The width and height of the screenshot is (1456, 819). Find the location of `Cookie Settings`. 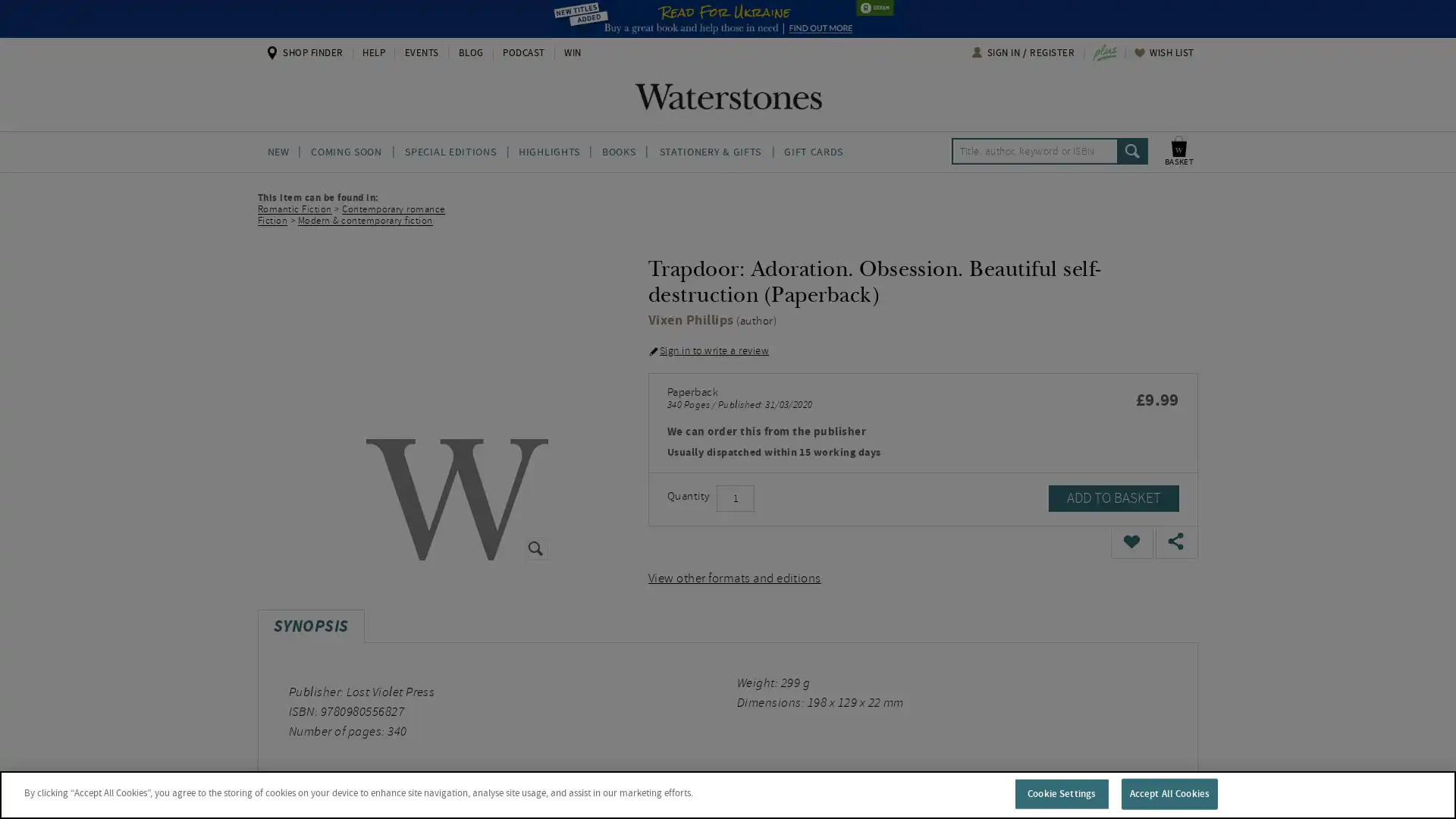

Cookie Settings is located at coordinates (1060, 792).